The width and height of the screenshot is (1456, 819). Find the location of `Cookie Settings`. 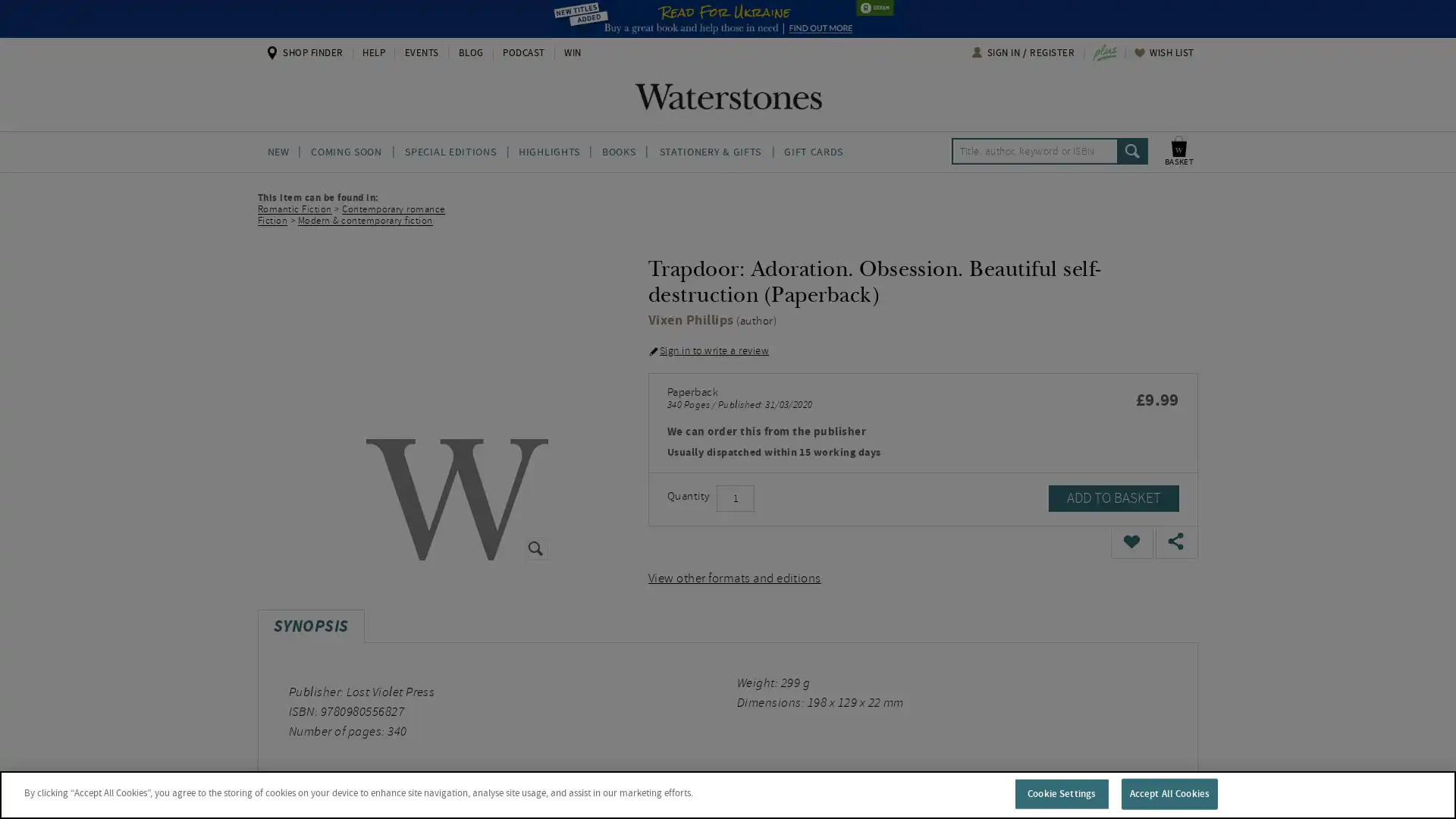

Cookie Settings is located at coordinates (1060, 792).